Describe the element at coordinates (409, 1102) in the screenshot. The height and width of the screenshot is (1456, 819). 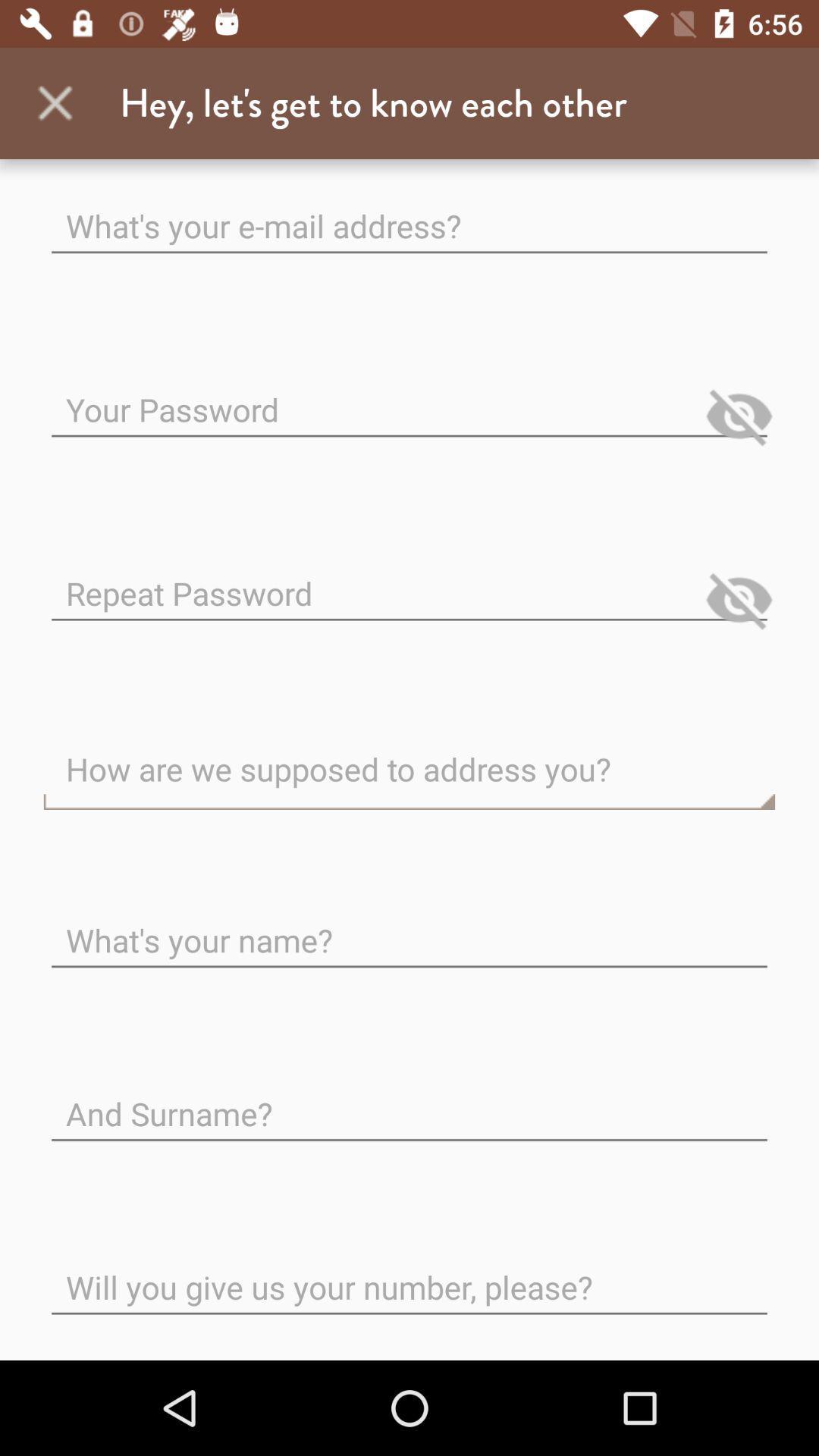
I see `the surname icon` at that location.